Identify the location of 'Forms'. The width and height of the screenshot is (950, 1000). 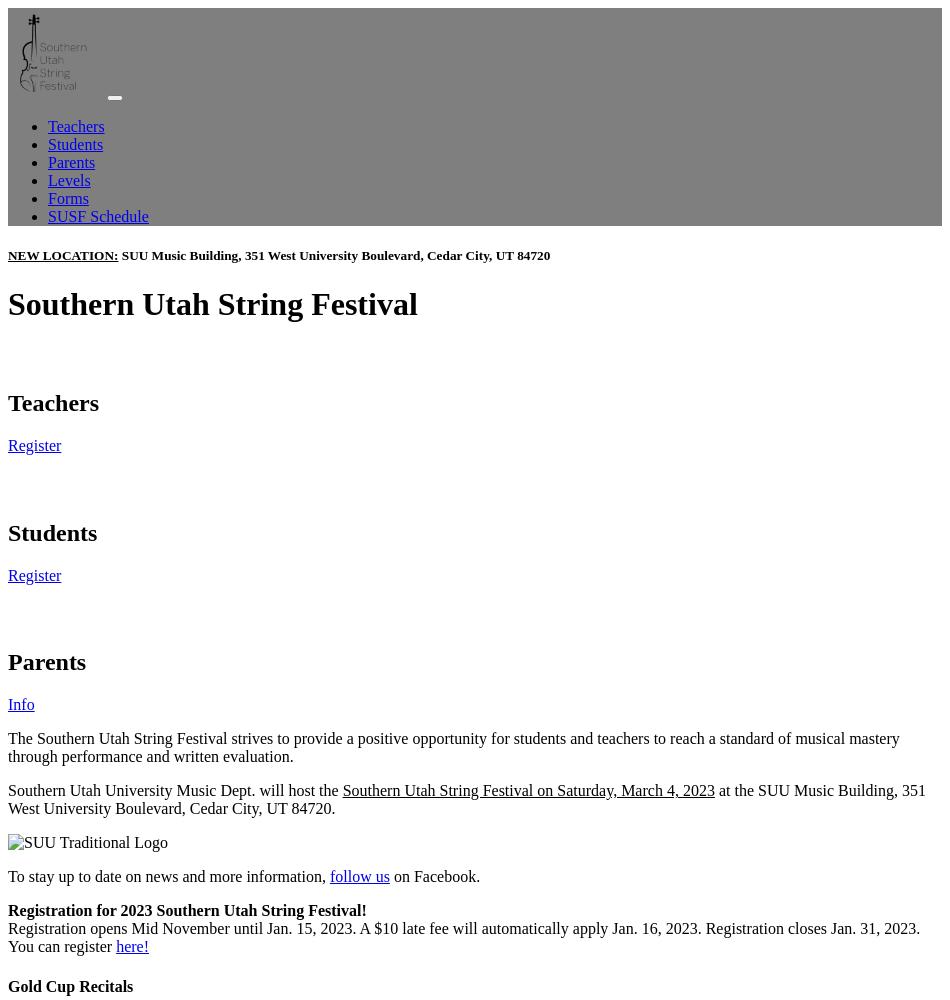
(47, 197).